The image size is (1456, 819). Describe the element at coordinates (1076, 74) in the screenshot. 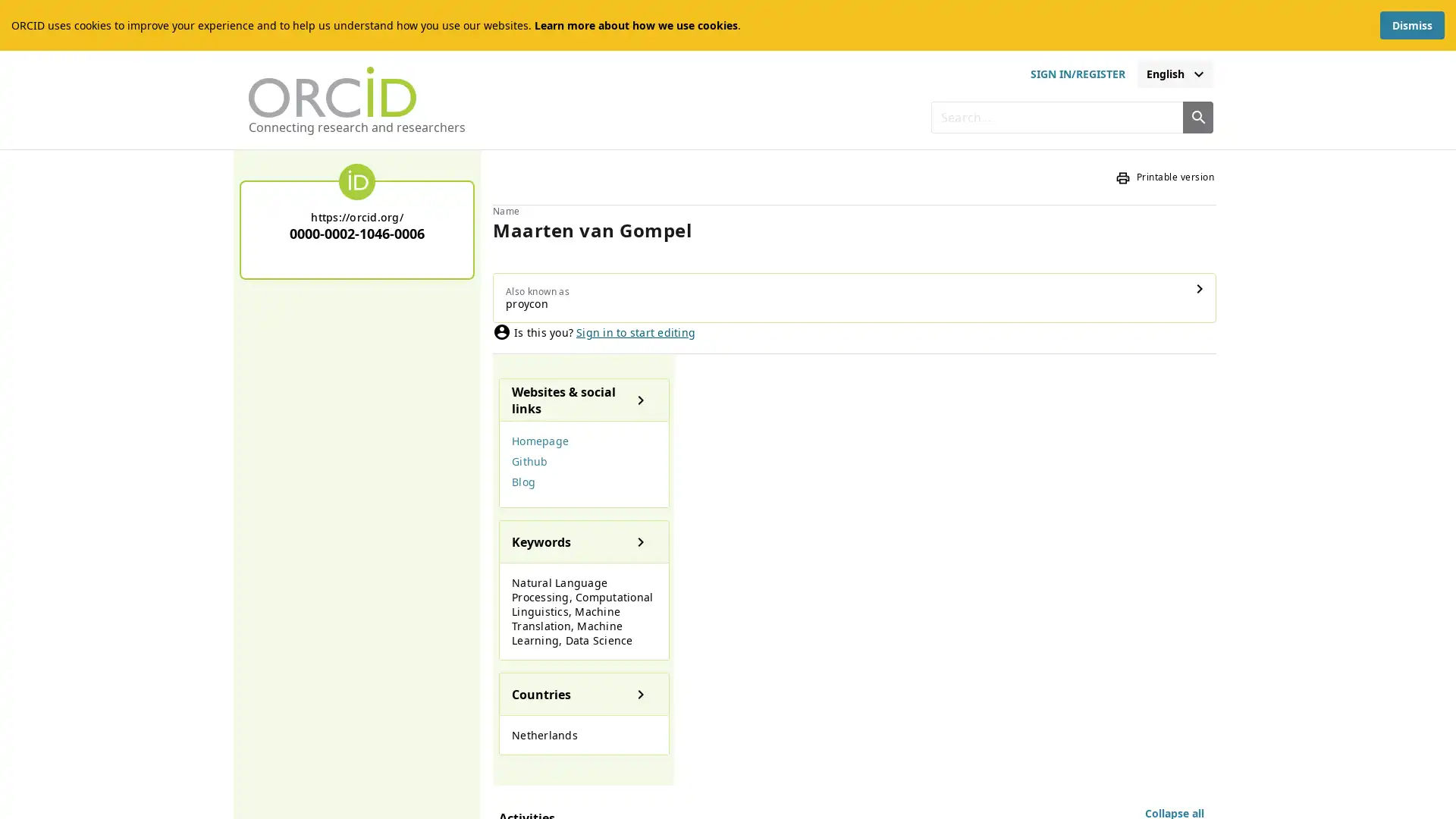

I see `sign in or register` at that location.